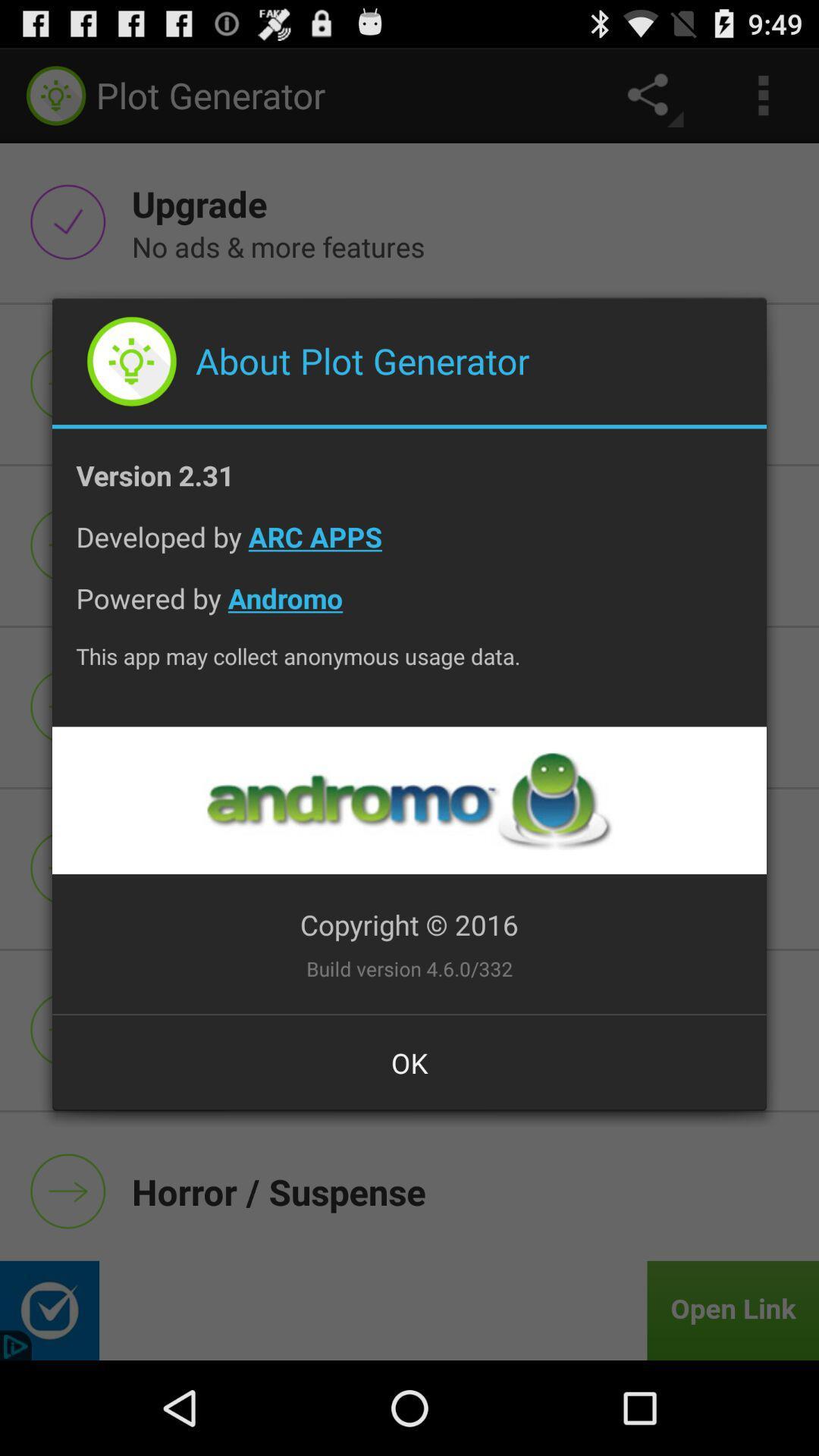  What do you see at coordinates (409, 548) in the screenshot?
I see `the developed by arc` at bounding box center [409, 548].